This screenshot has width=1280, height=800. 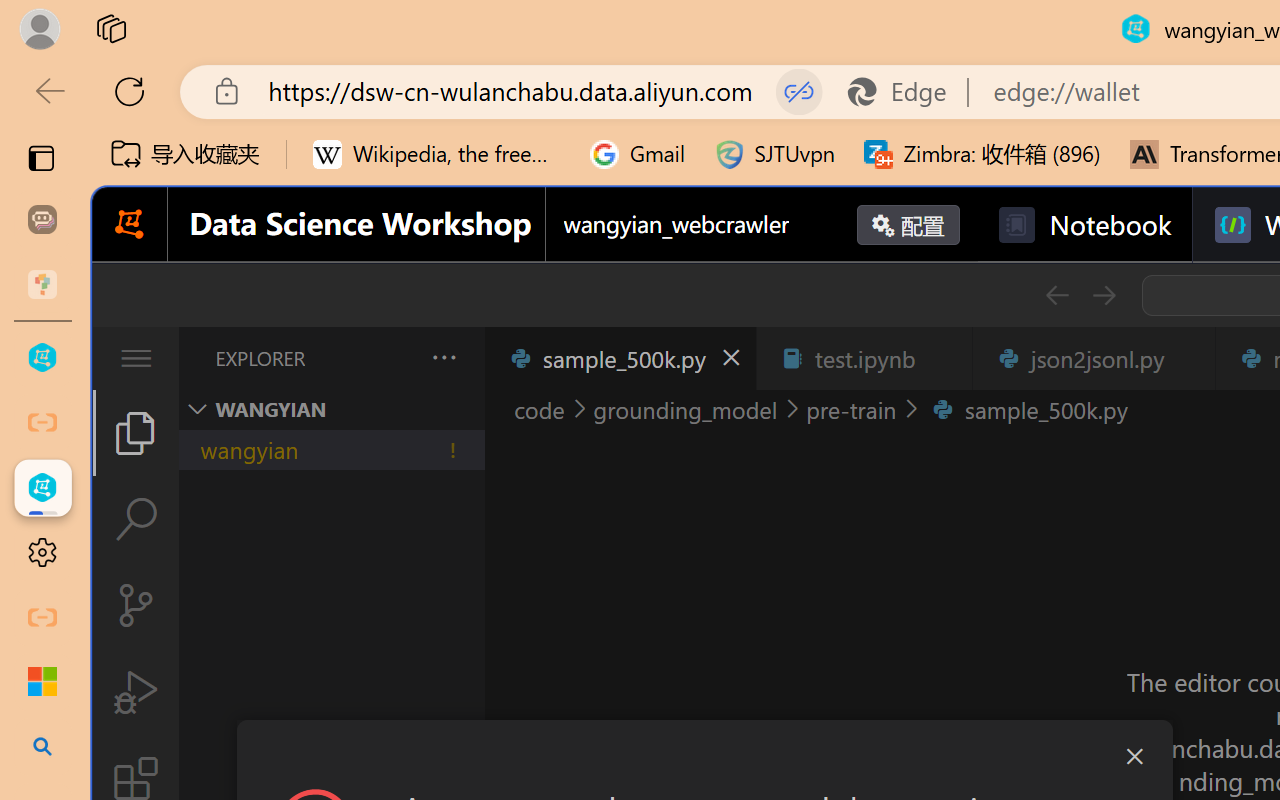 What do you see at coordinates (134, 432) in the screenshot?
I see `'Explorer (Ctrl+Shift+E)'` at bounding box center [134, 432].